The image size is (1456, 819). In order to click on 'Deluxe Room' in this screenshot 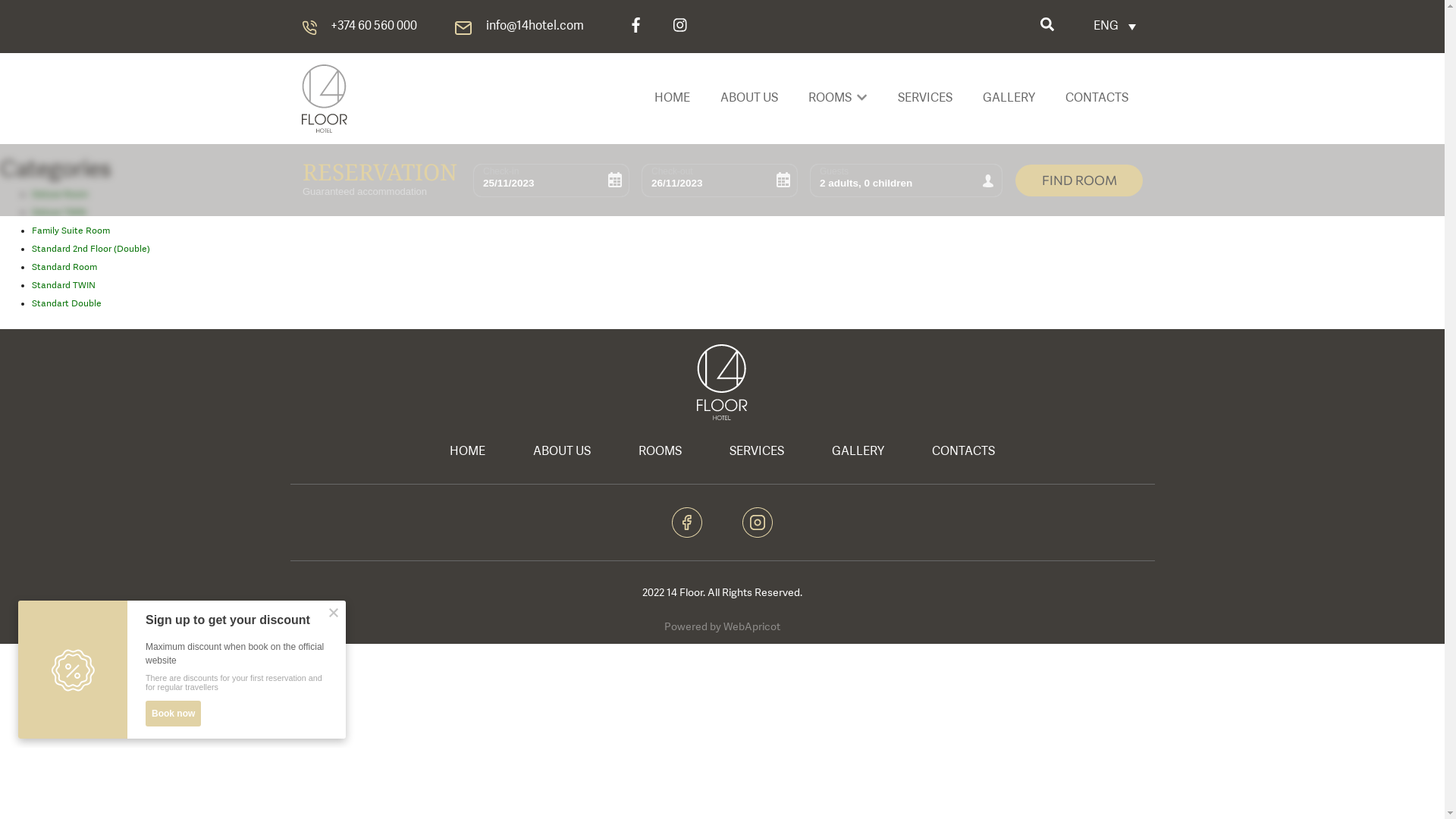, I will do `click(59, 194)`.